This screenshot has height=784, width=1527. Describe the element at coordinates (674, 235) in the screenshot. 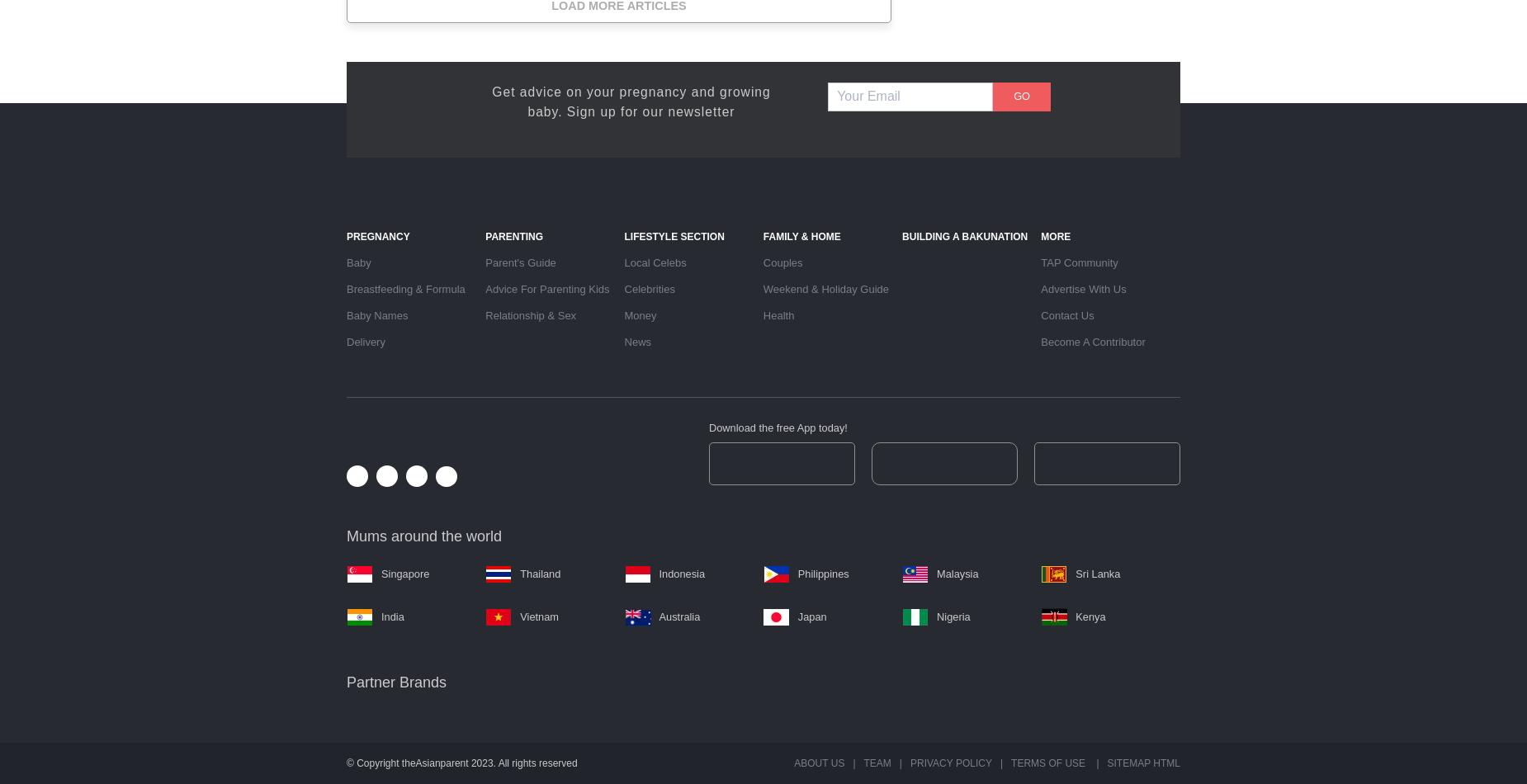

I see `'Lifestyle Section'` at that location.